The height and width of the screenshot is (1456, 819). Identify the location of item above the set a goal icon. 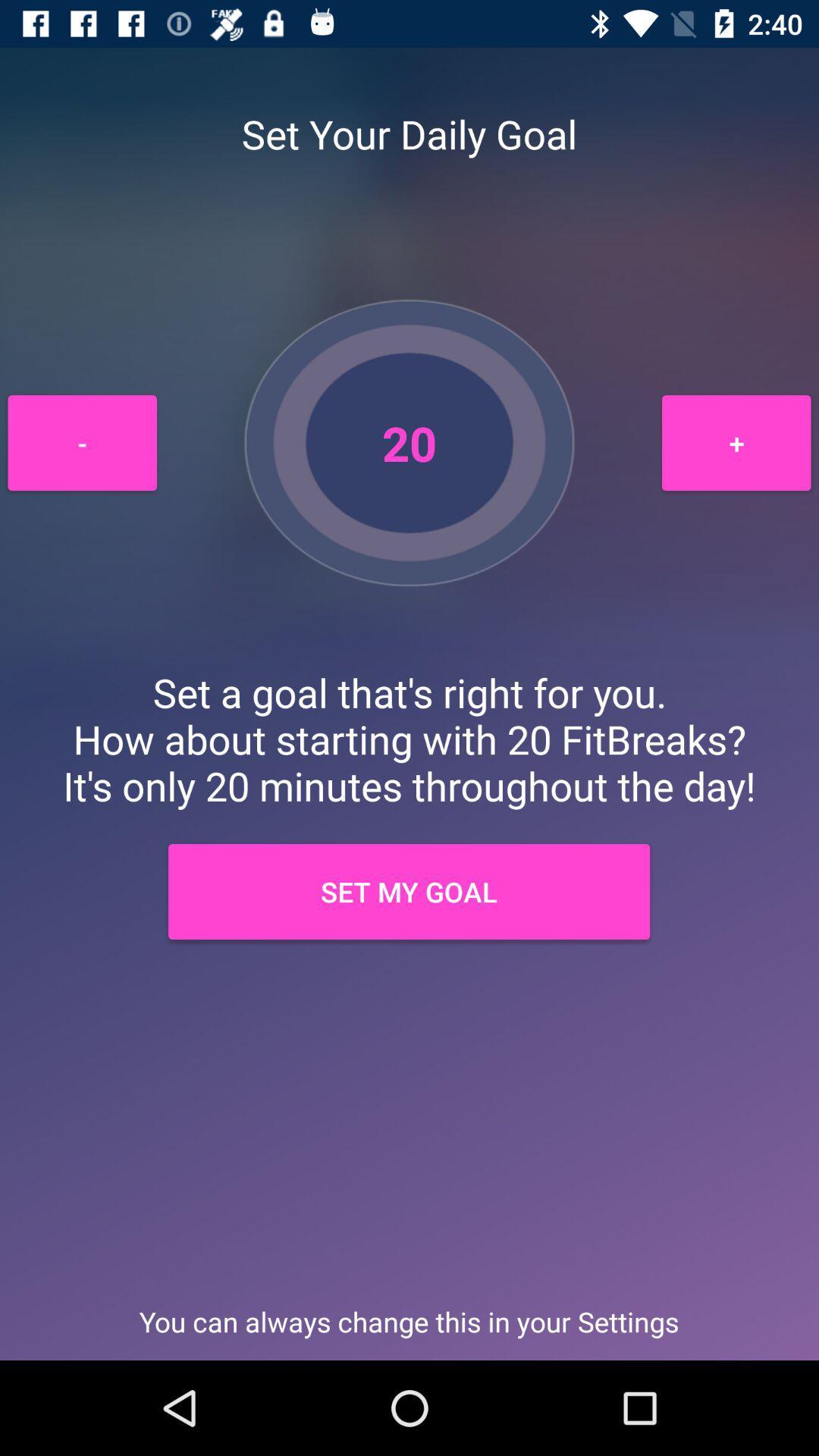
(736, 442).